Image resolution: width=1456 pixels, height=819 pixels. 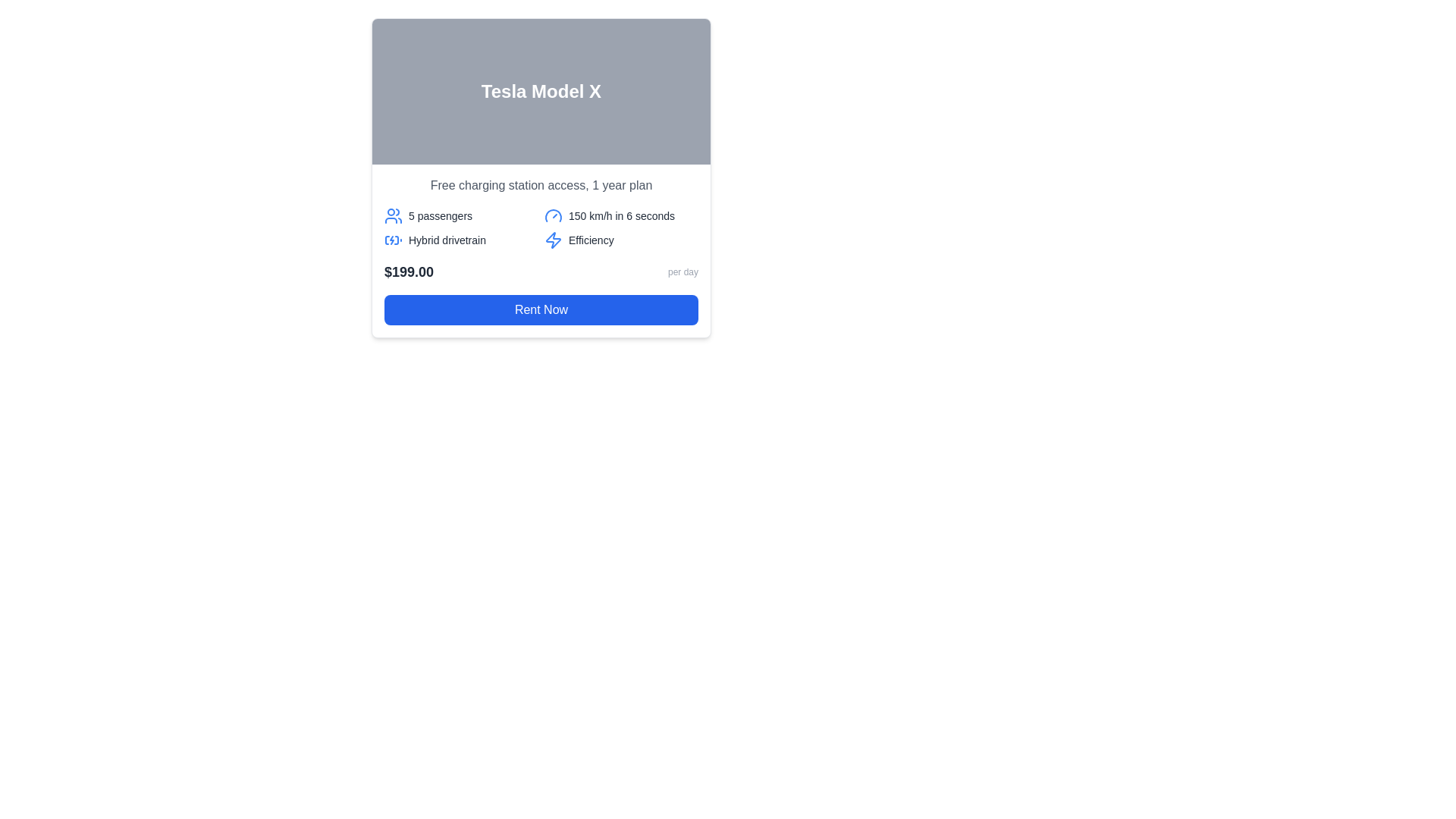 What do you see at coordinates (439, 216) in the screenshot?
I see `the text element displaying '5 passengers', which is located in the upper-middle area of the card, to the right of the passenger icon` at bounding box center [439, 216].